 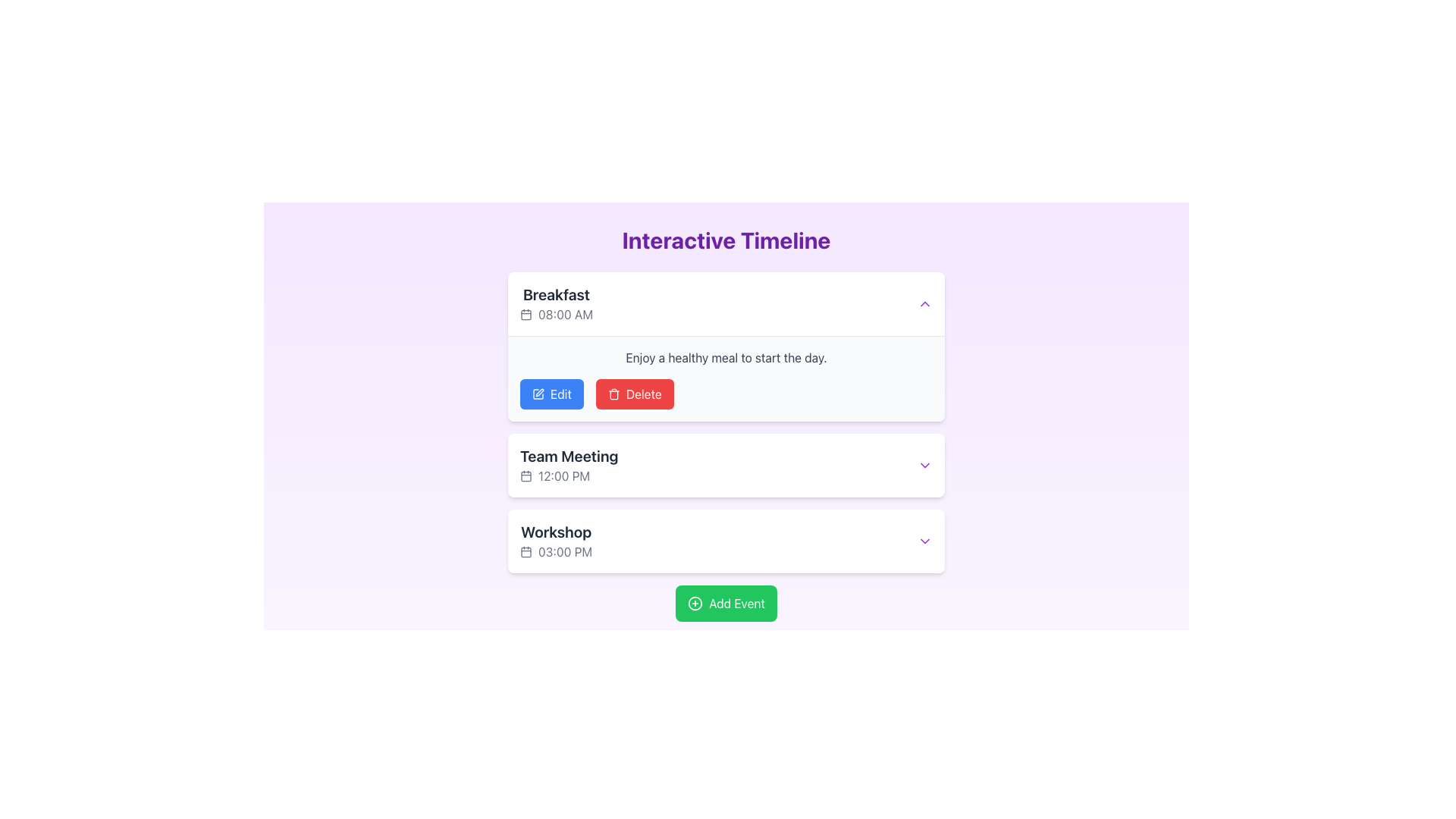 I want to click on the downward-pointing chevron icon styled in purple hues at the far right end of the white rectangular card labeled 'Workshop 03:00 PM', so click(x=924, y=540).